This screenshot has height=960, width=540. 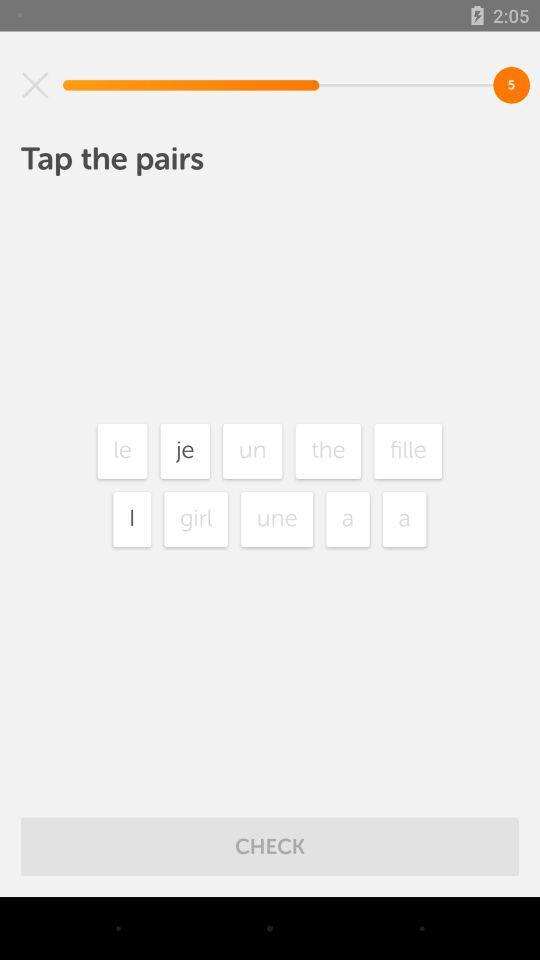 What do you see at coordinates (185, 451) in the screenshot?
I see `the je item` at bounding box center [185, 451].